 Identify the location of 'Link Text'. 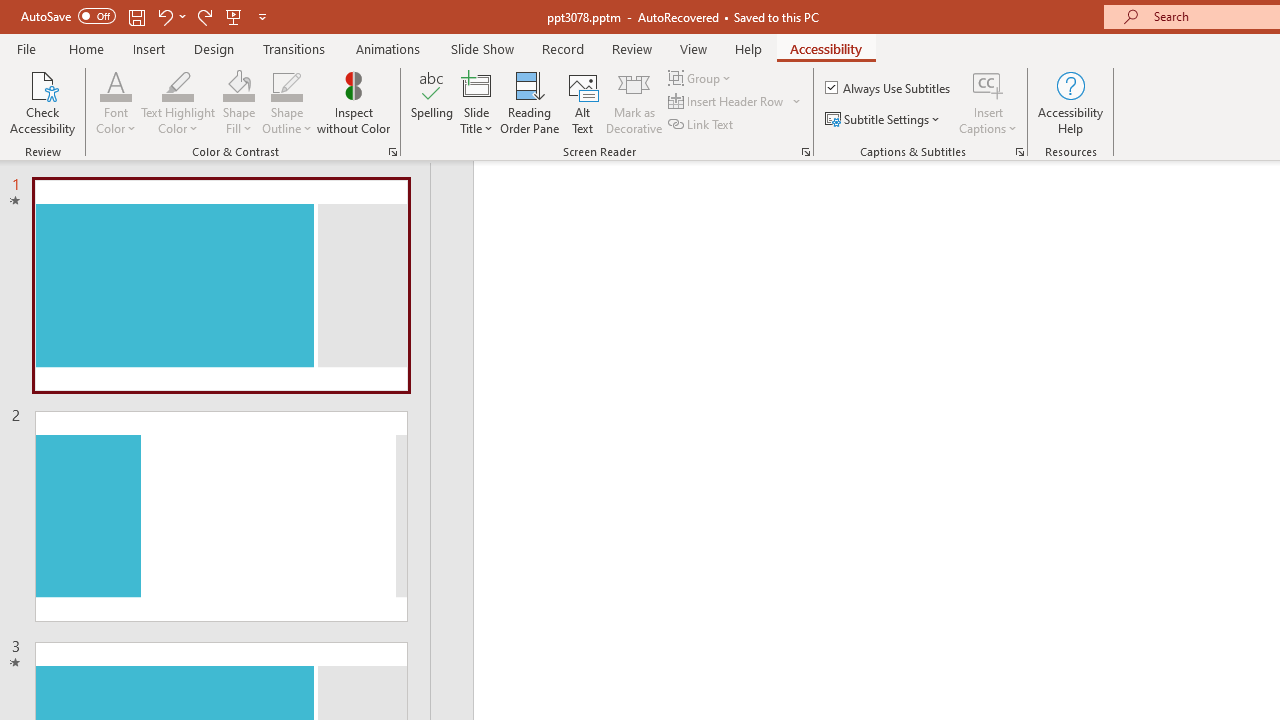
(702, 124).